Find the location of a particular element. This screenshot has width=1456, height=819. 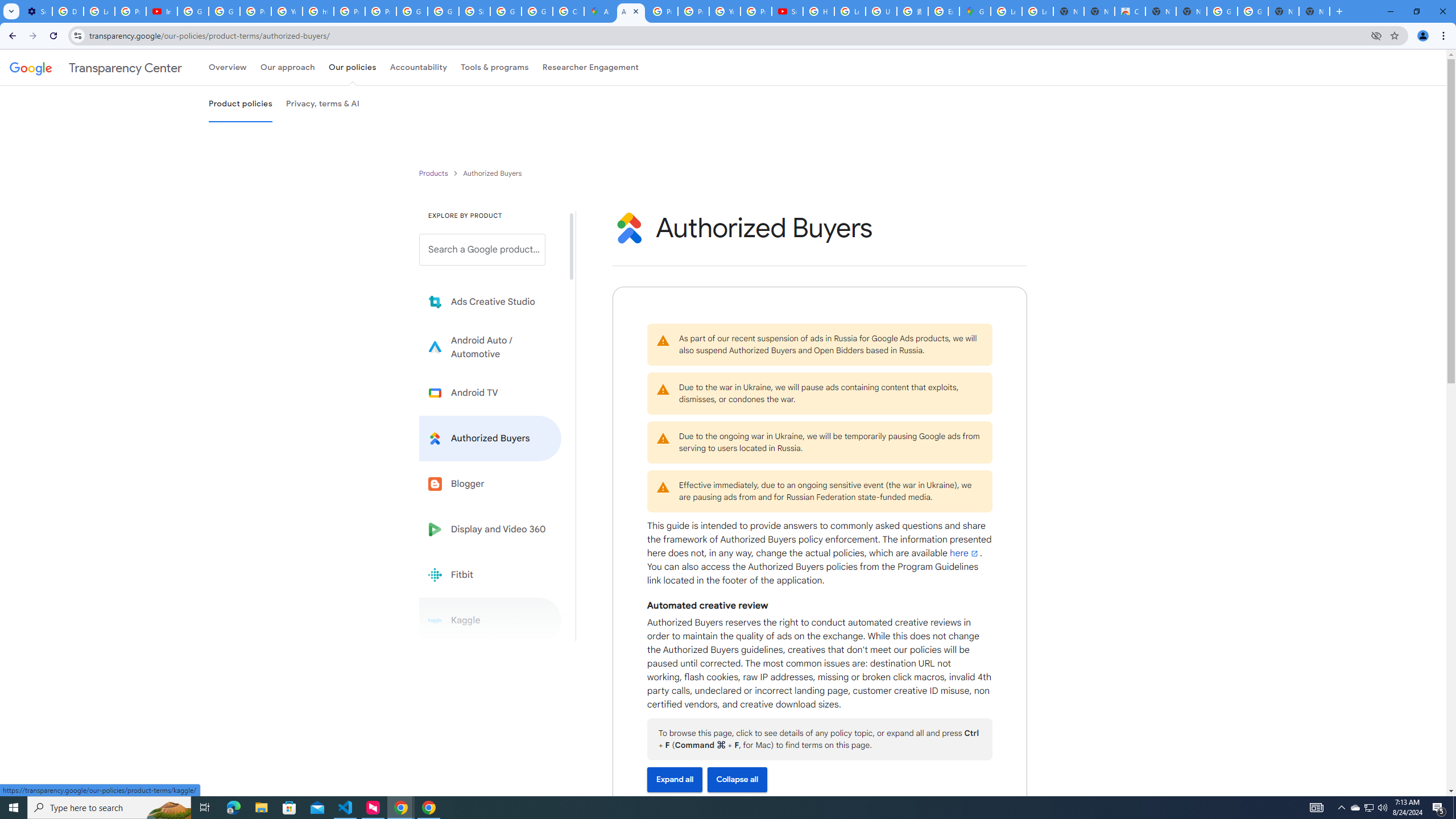

'Settings - Performance' is located at coordinates (36, 11).